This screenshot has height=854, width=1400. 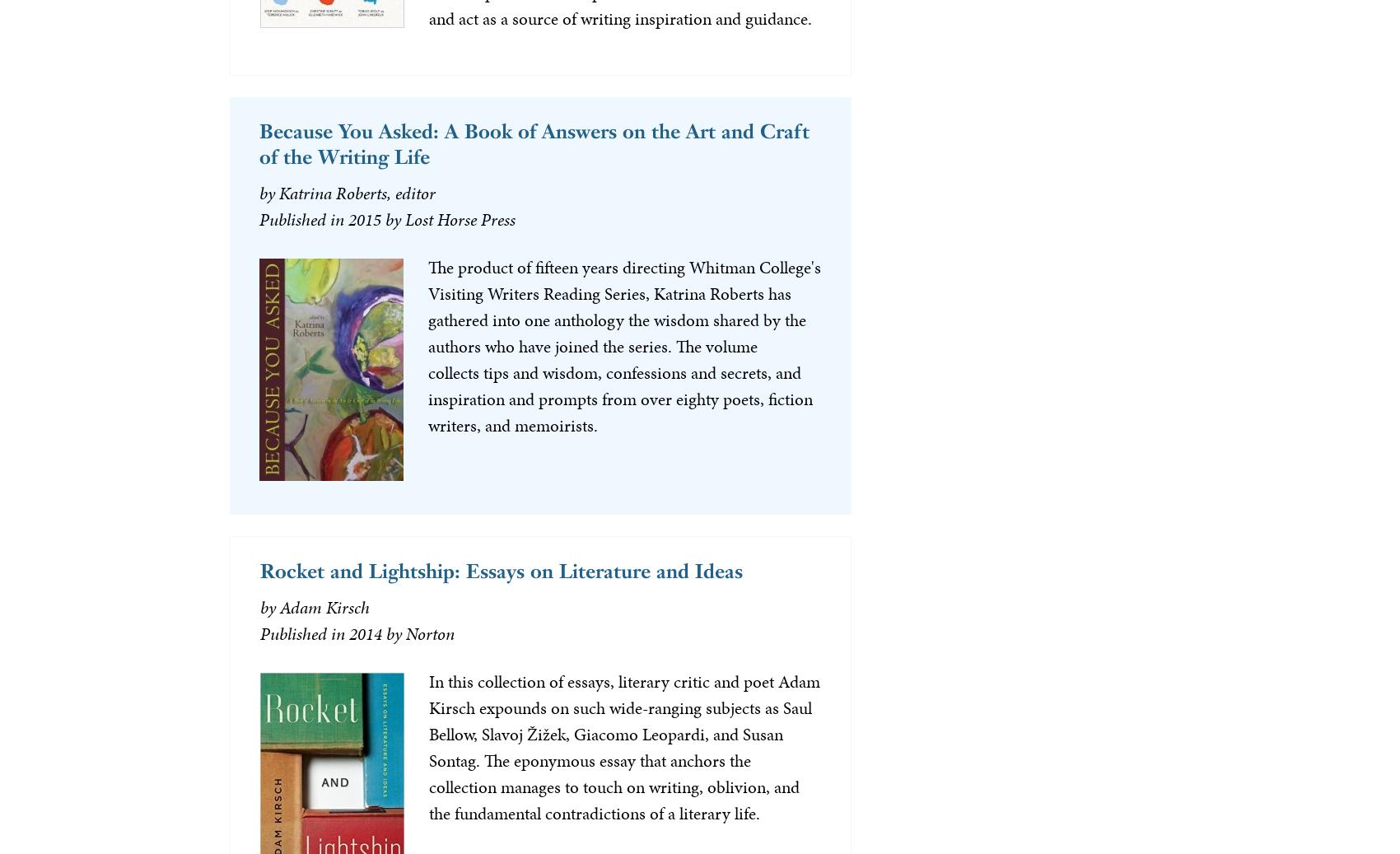 What do you see at coordinates (365, 633) in the screenshot?
I see `'2014'` at bounding box center [365, 633].